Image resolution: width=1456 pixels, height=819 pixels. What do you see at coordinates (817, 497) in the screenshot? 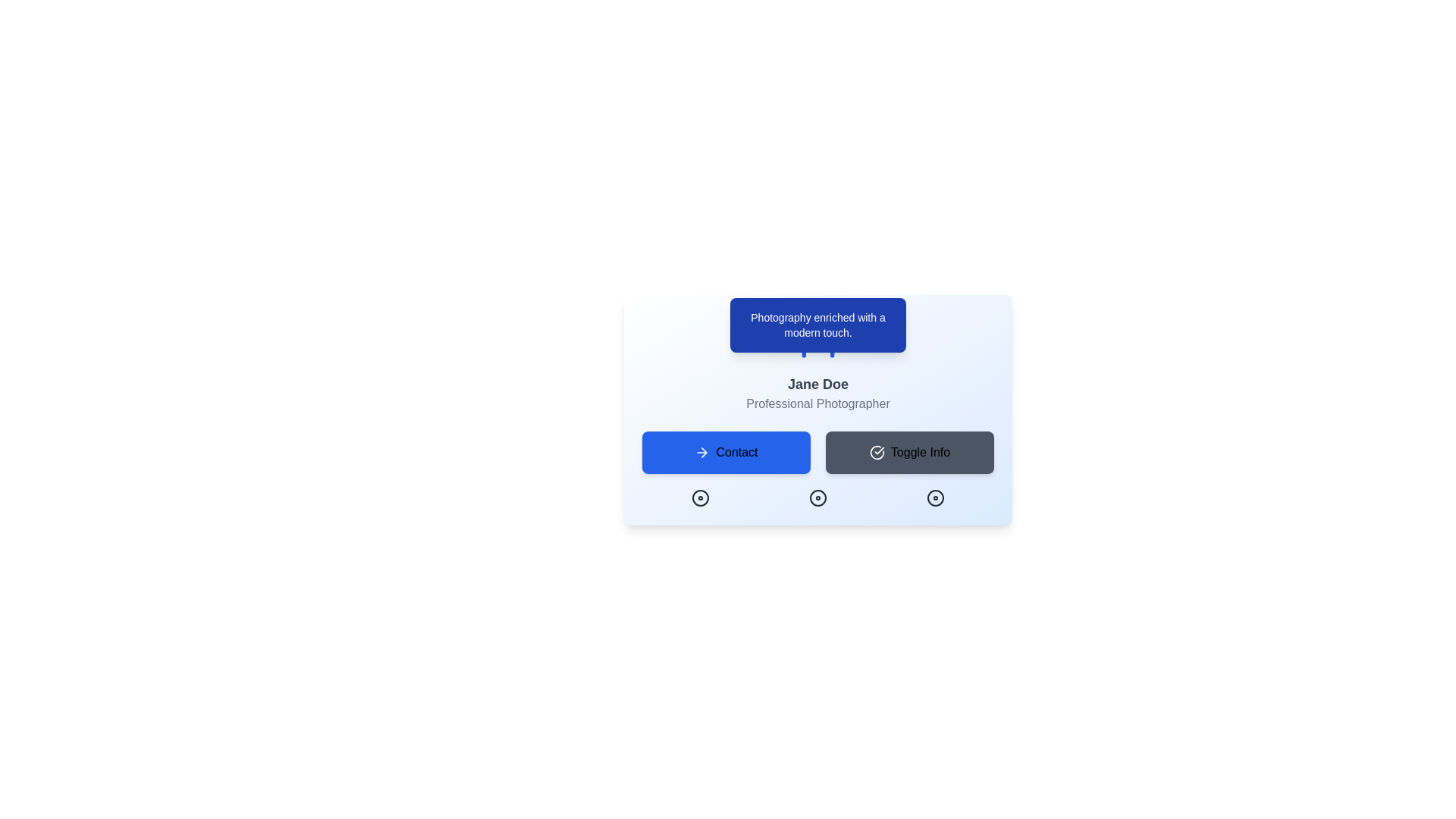
I see `the SVG circle element located at the lower middle section of the interface with a thin border and hollow appearance` at bounding box center [817, 497].